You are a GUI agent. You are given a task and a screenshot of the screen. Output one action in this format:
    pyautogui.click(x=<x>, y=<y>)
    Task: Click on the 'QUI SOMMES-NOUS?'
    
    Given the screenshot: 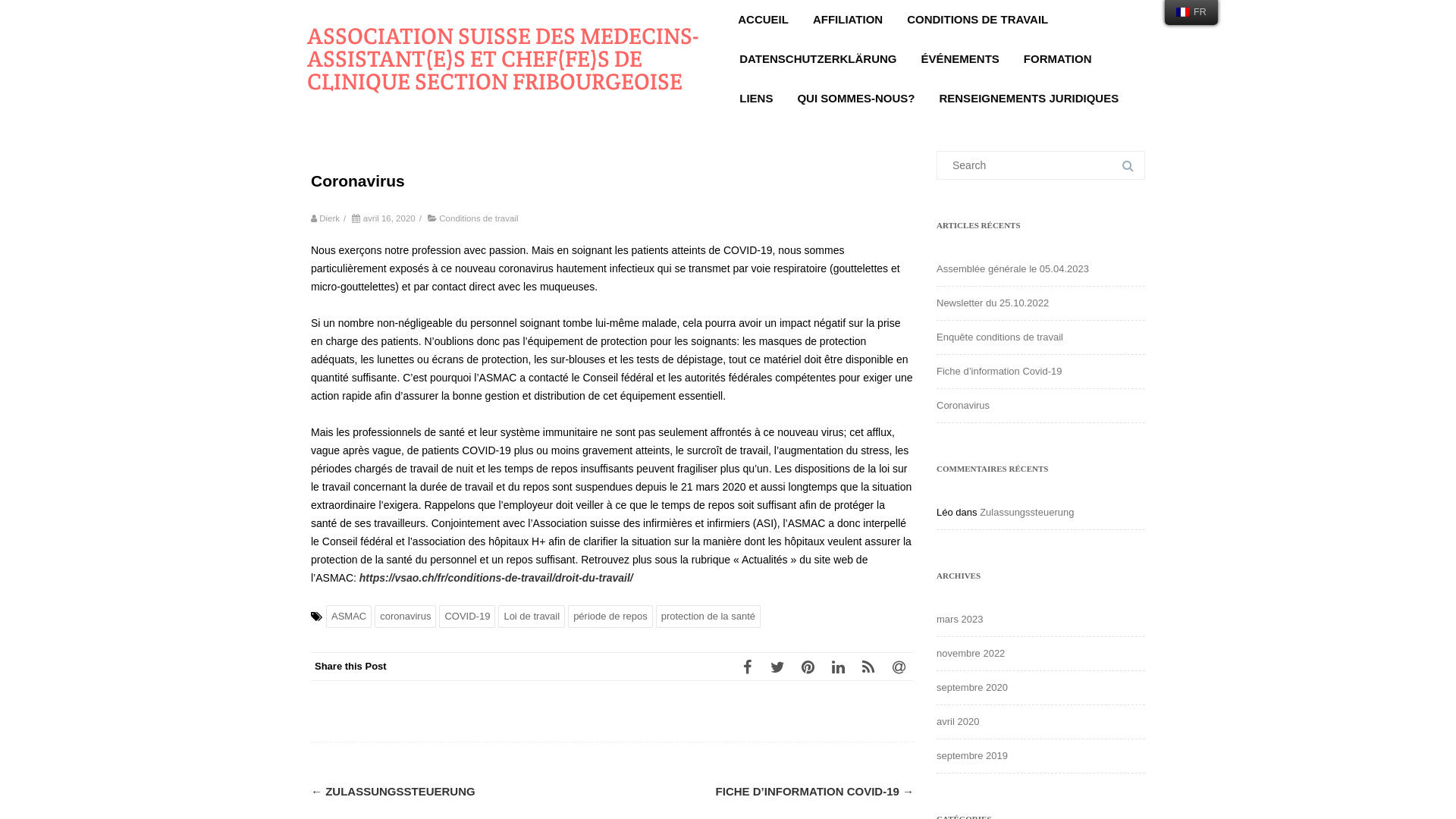 What is the action you would take?
    pyautogui.click(x=855, y=99)
    